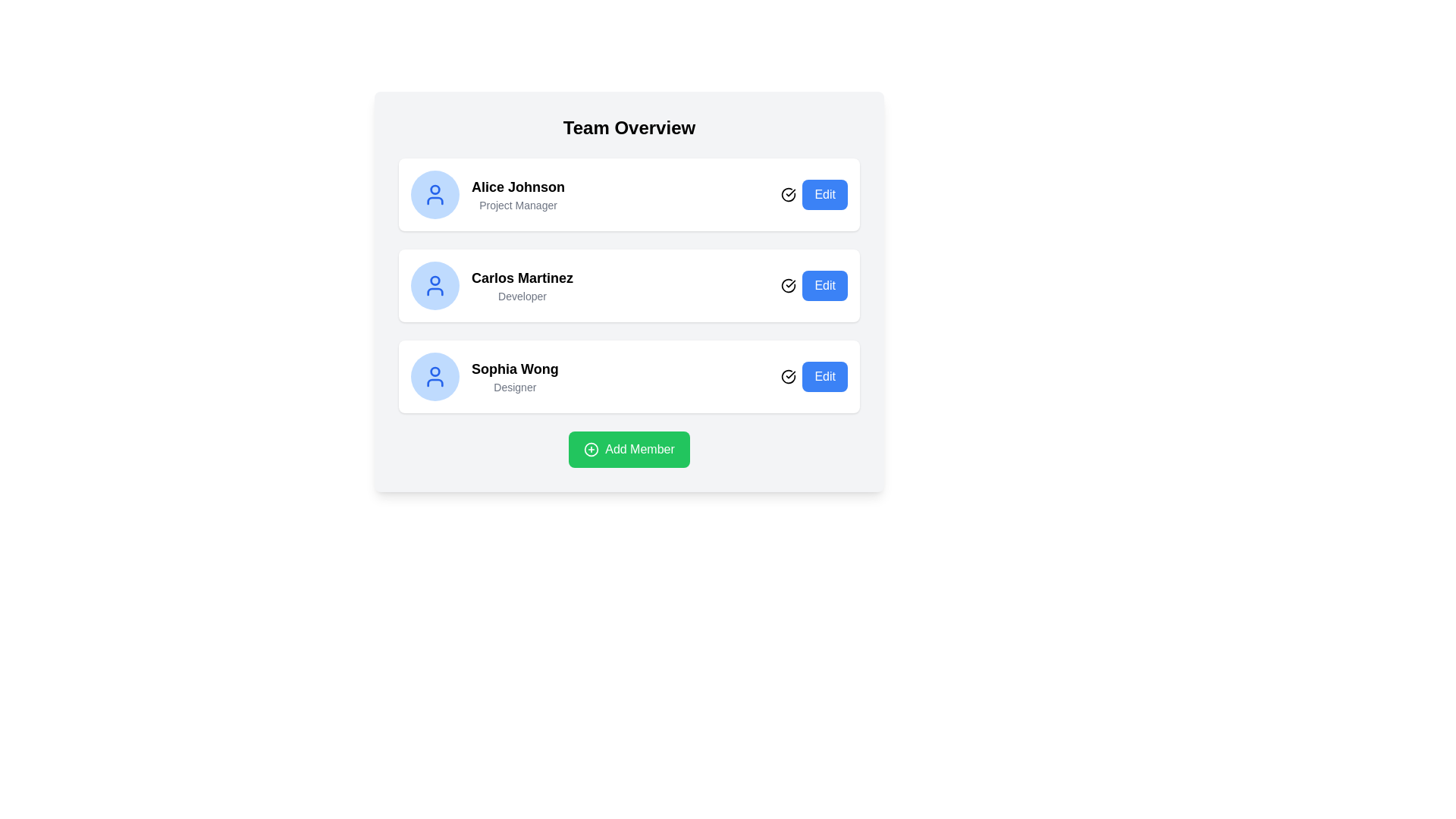  I want to click on the Text label displaying the name 'Carlos Martinez' in the second profile card, which is positioned above the subtitle 'Developer' and below 'Alice Johnson', so click(522, 278).